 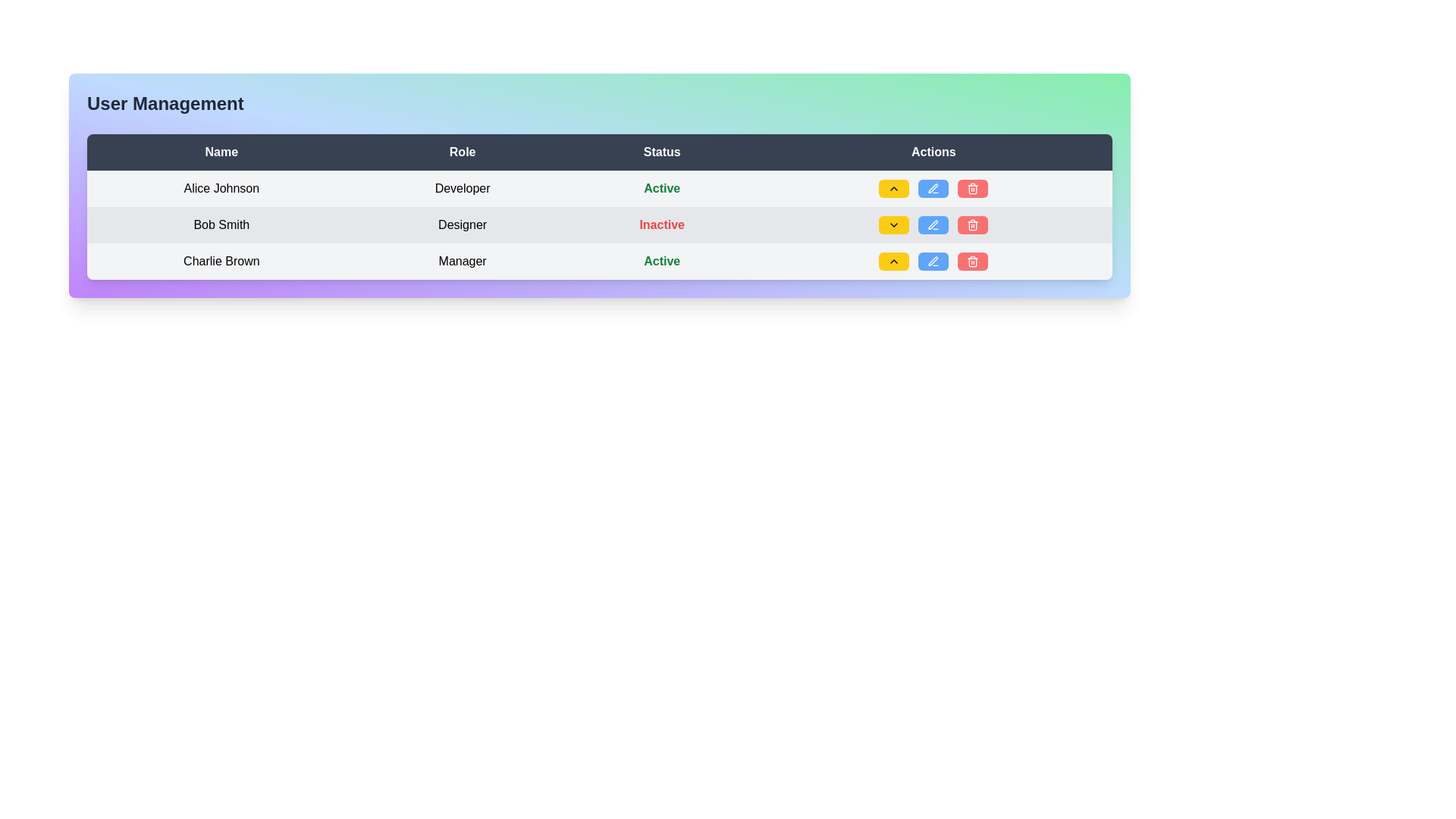 I want to click on the text label containing 'Bob Smith', so click(x=221, y=225).